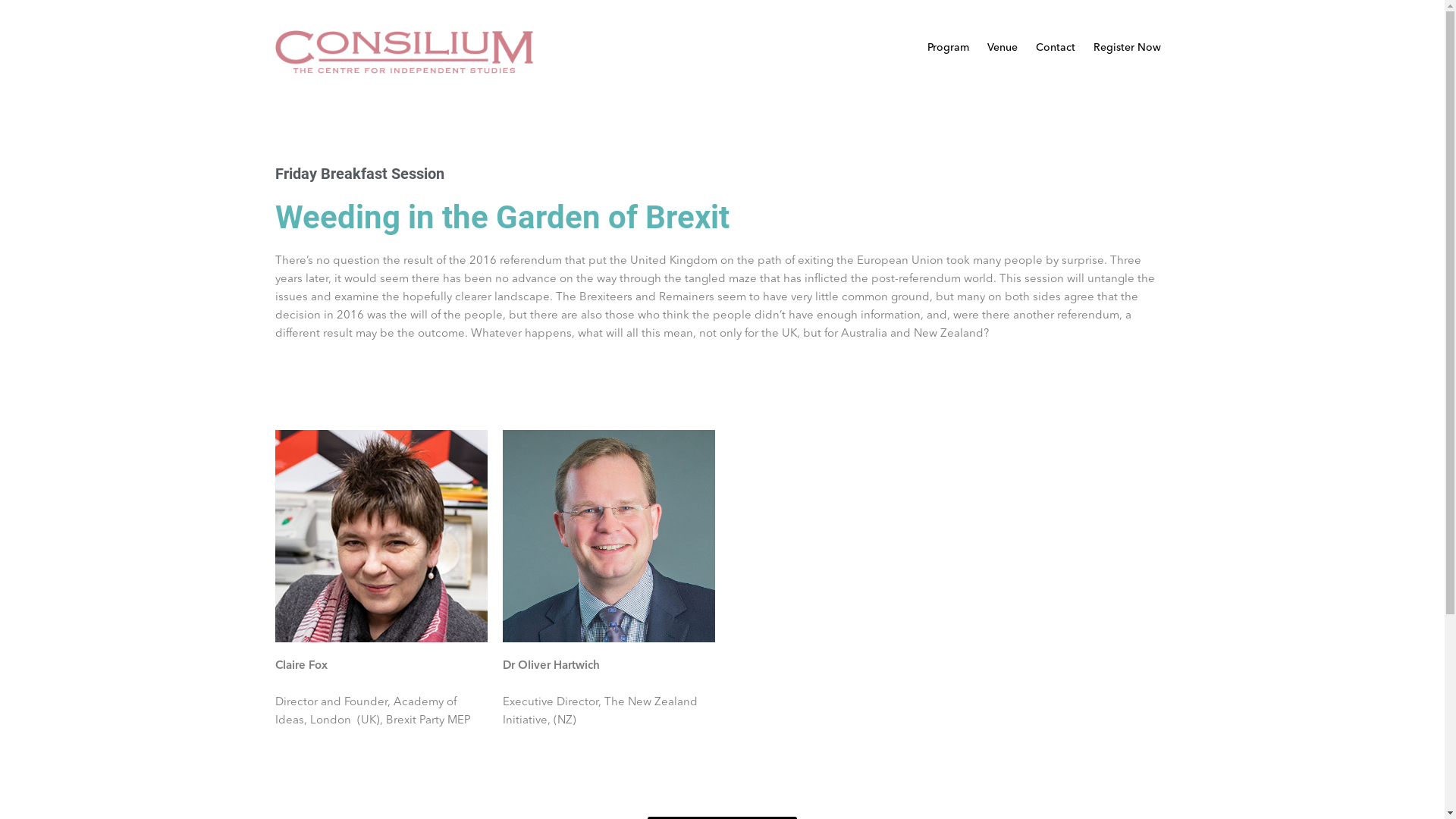 The height and width of the screenshot is (819, 1456). Describe the element at coordinates (1055, 46) in the screenshot. I see `'Contact'` at that location.